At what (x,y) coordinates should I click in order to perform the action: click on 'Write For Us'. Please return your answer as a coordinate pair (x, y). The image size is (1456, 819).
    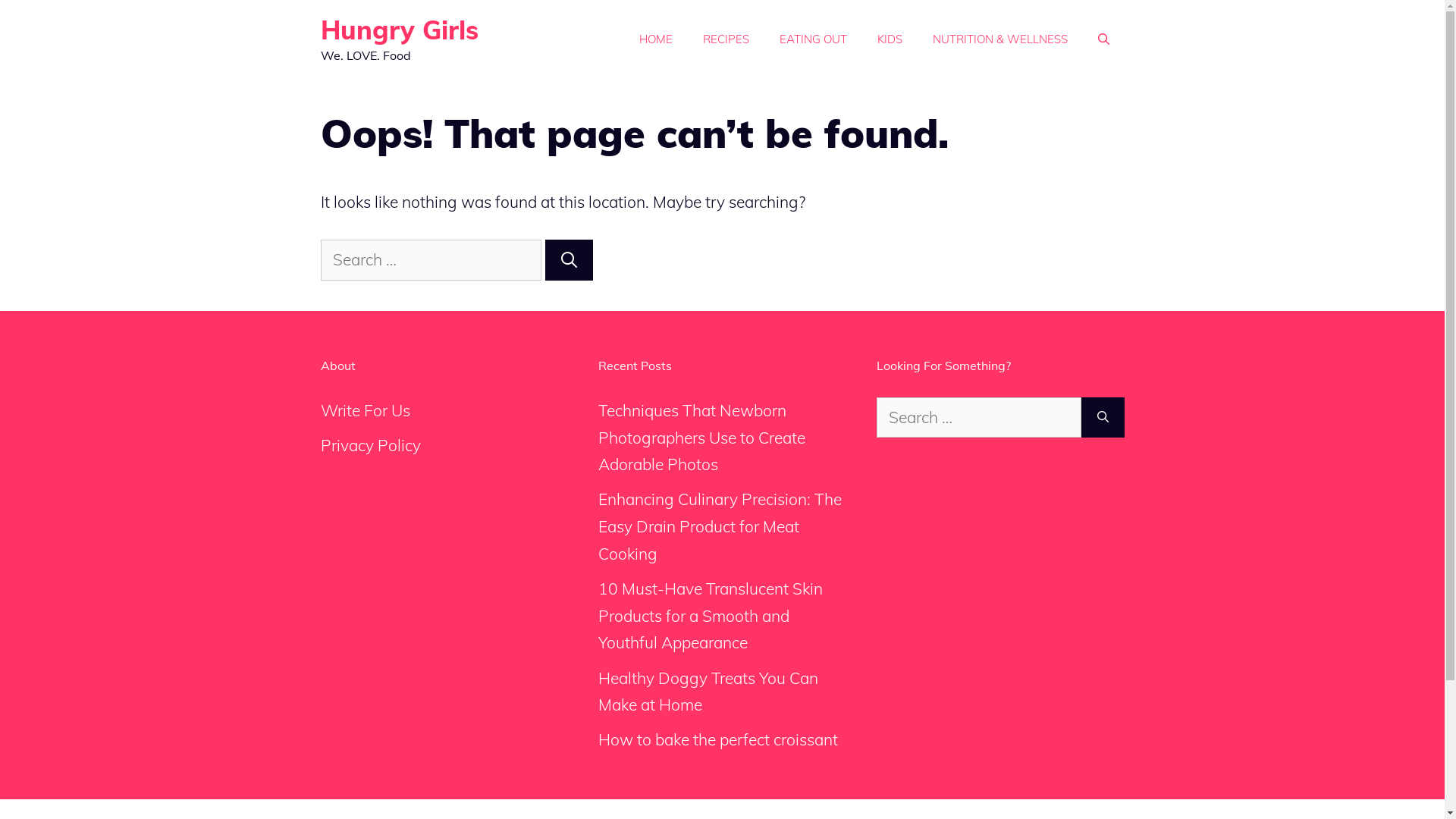
    Looking at the image, I should click on (319, 409).